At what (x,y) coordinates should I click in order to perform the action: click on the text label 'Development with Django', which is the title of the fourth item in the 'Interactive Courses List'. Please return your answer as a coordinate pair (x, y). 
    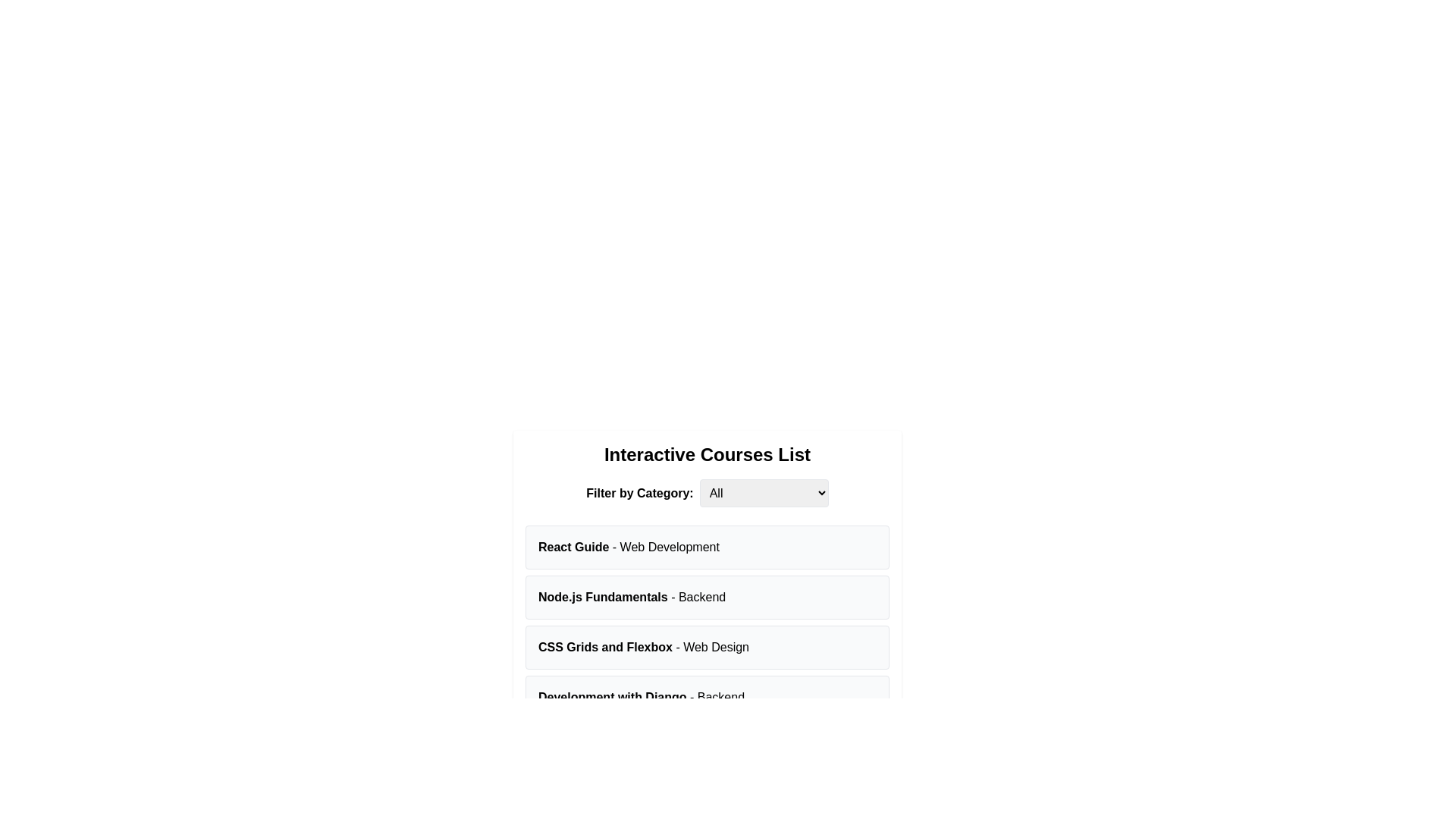
    Looking at the image, I should click on (612, 697).